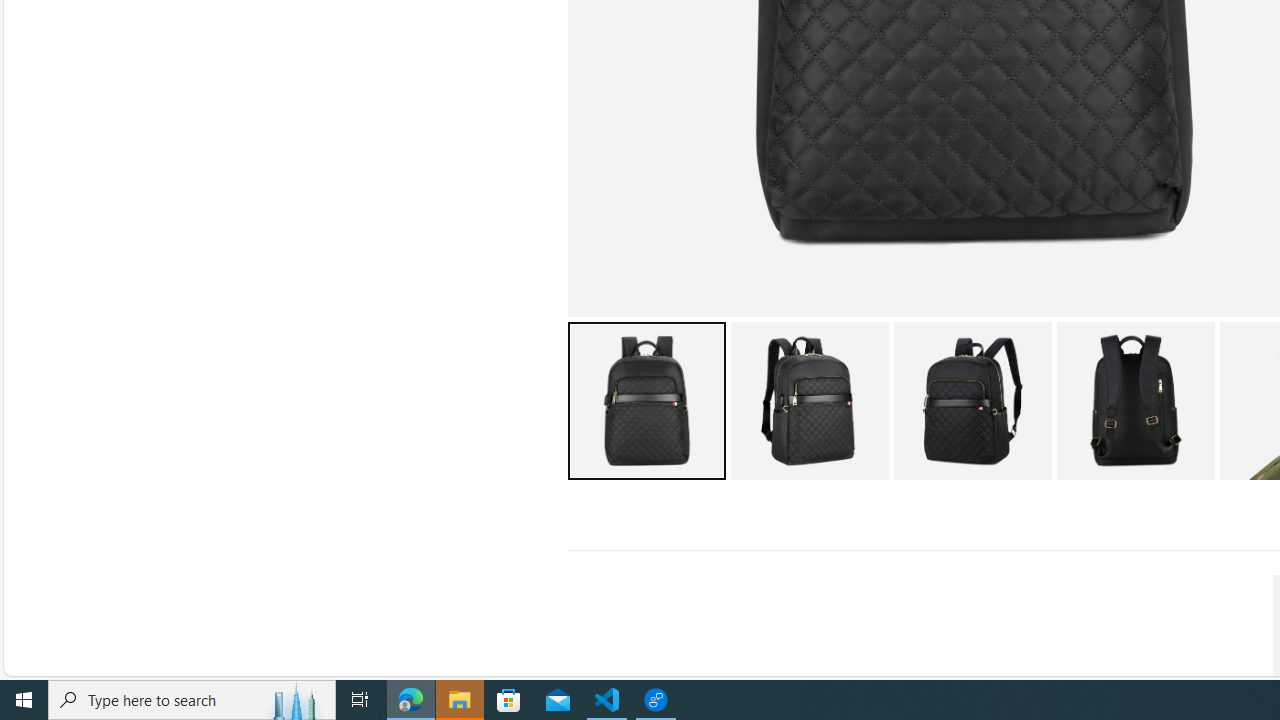  I want to click on 'File Explorer - 1 running window', so click(459, 698).